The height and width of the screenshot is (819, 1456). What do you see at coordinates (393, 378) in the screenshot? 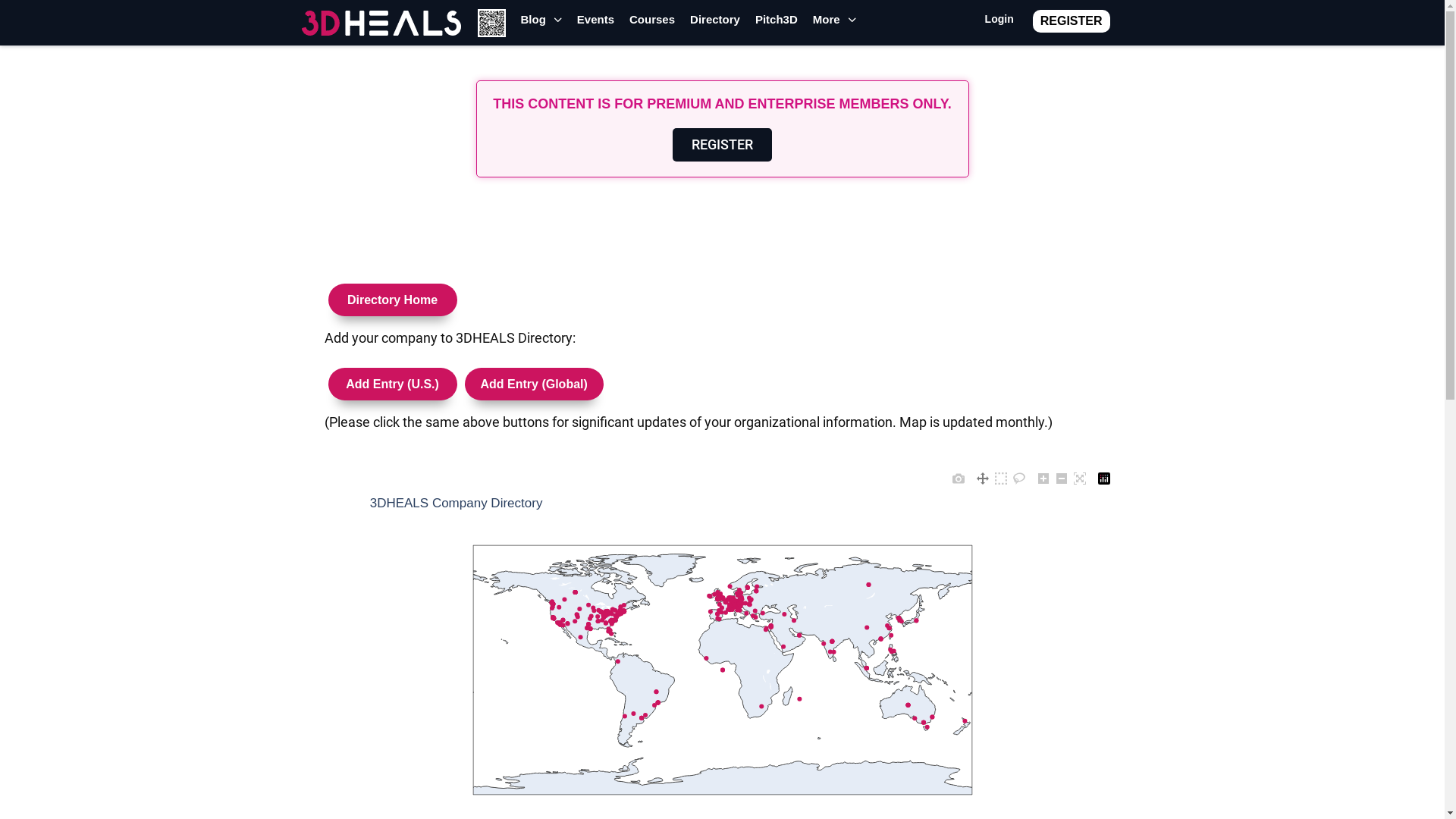
I see `'Add Entry (U.S.)'` at bounding box center [393, 378].